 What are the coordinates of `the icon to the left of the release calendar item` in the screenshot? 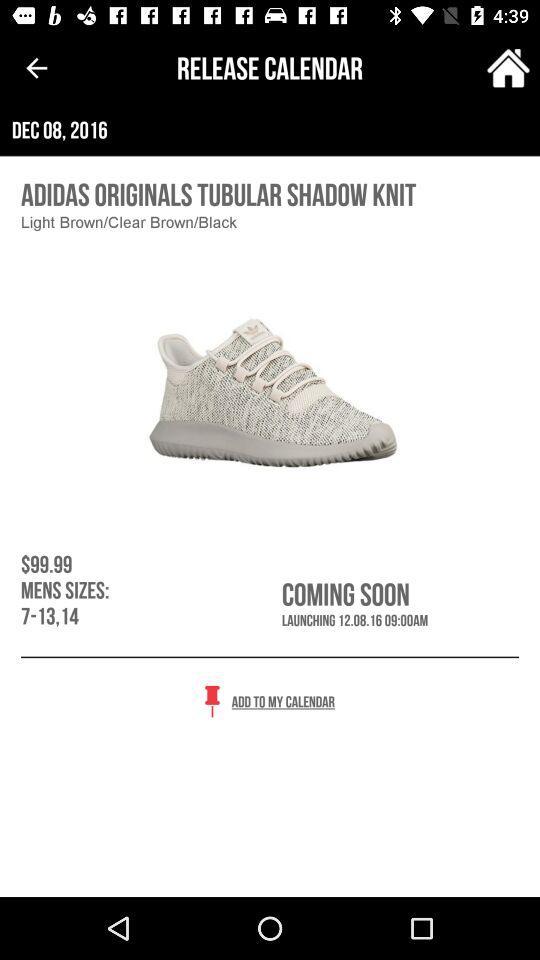 It's located at (36, 68).